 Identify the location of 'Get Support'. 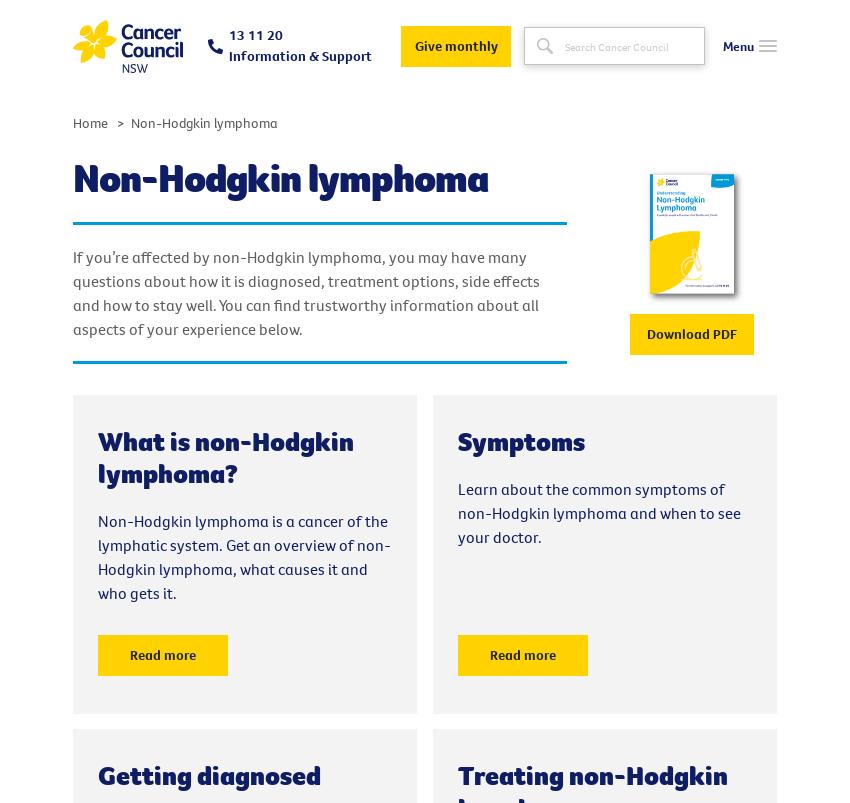
(110, 151).